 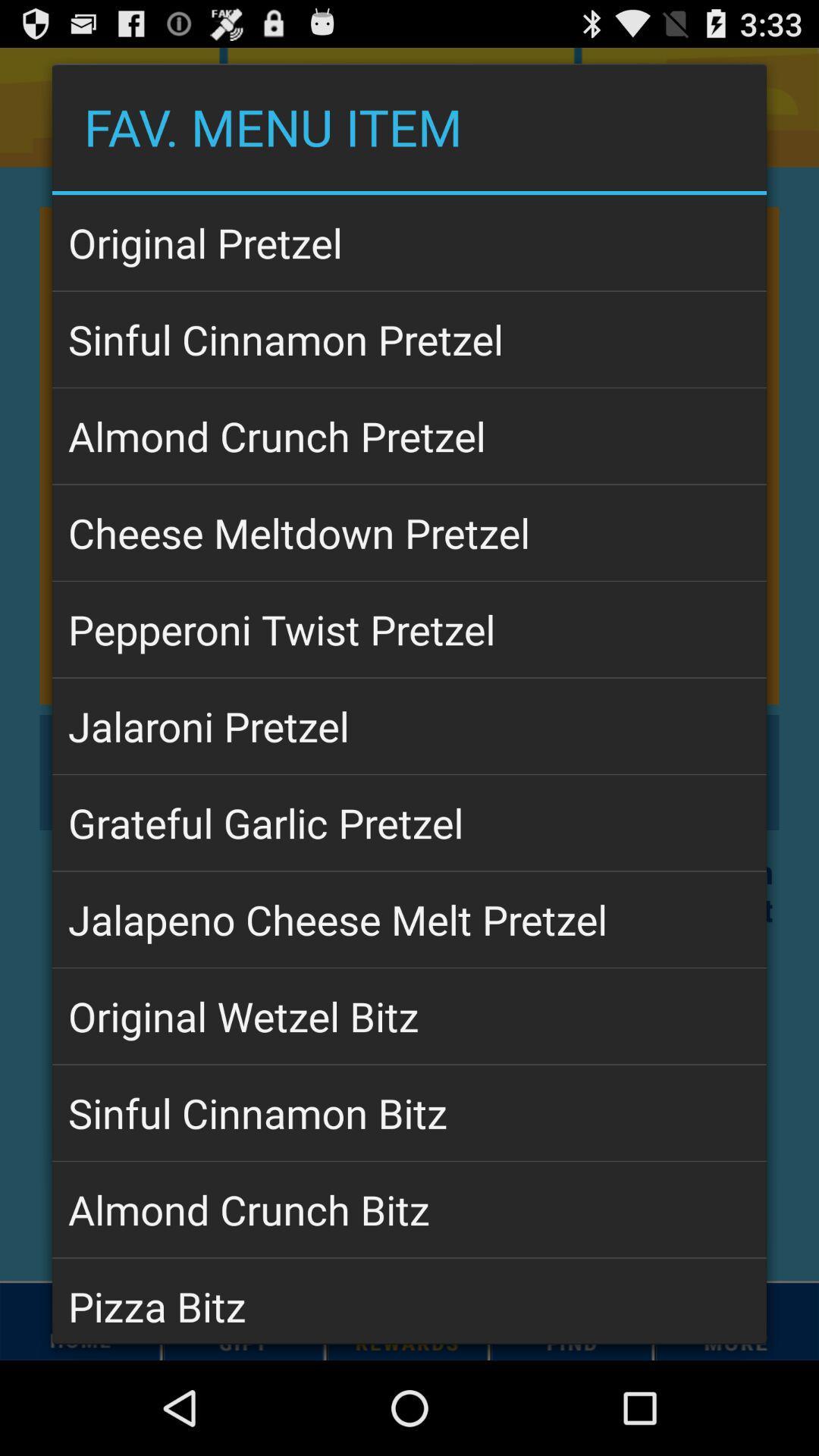 What do you see at coordinates (409, 243) in the screenshot?
I see `the original pretzel app` at bounding box center [409, 243].